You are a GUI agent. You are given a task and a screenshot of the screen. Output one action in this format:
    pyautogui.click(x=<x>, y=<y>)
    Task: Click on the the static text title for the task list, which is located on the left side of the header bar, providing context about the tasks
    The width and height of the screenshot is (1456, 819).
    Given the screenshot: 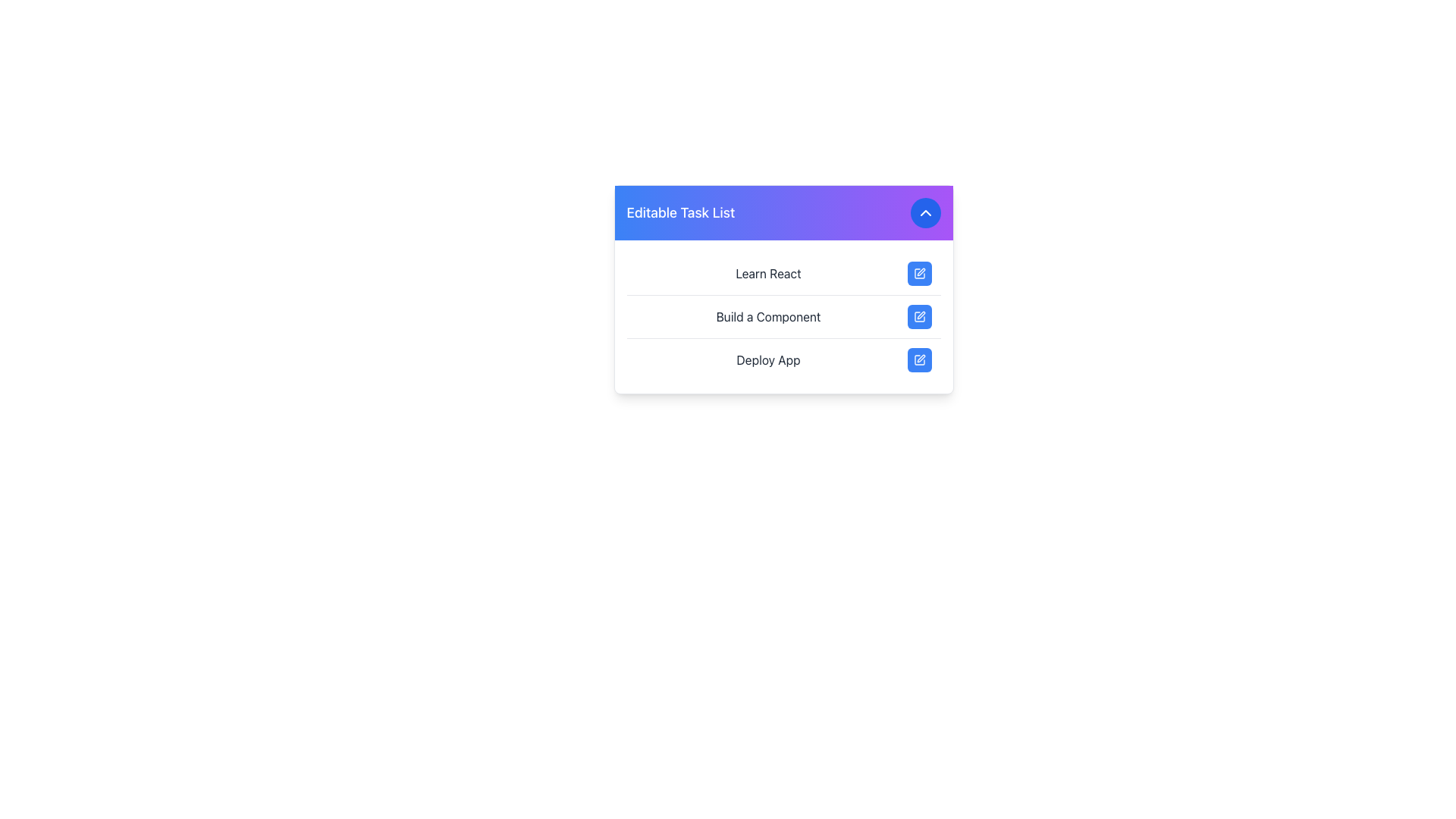 What is the action you would take?
    pyautogui.click(x=679, y=213)
    